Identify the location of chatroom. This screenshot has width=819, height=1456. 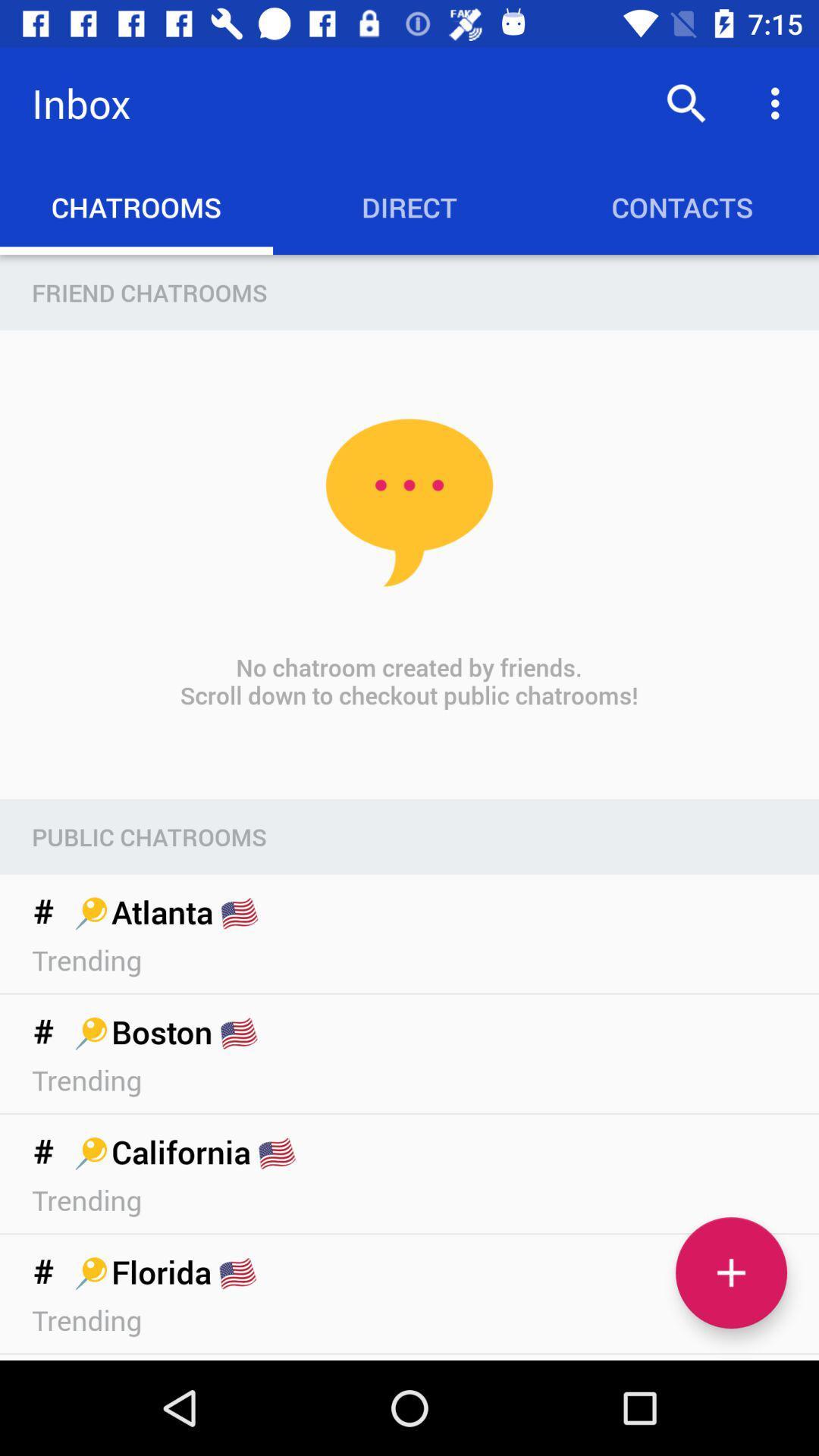
(730, 1272).